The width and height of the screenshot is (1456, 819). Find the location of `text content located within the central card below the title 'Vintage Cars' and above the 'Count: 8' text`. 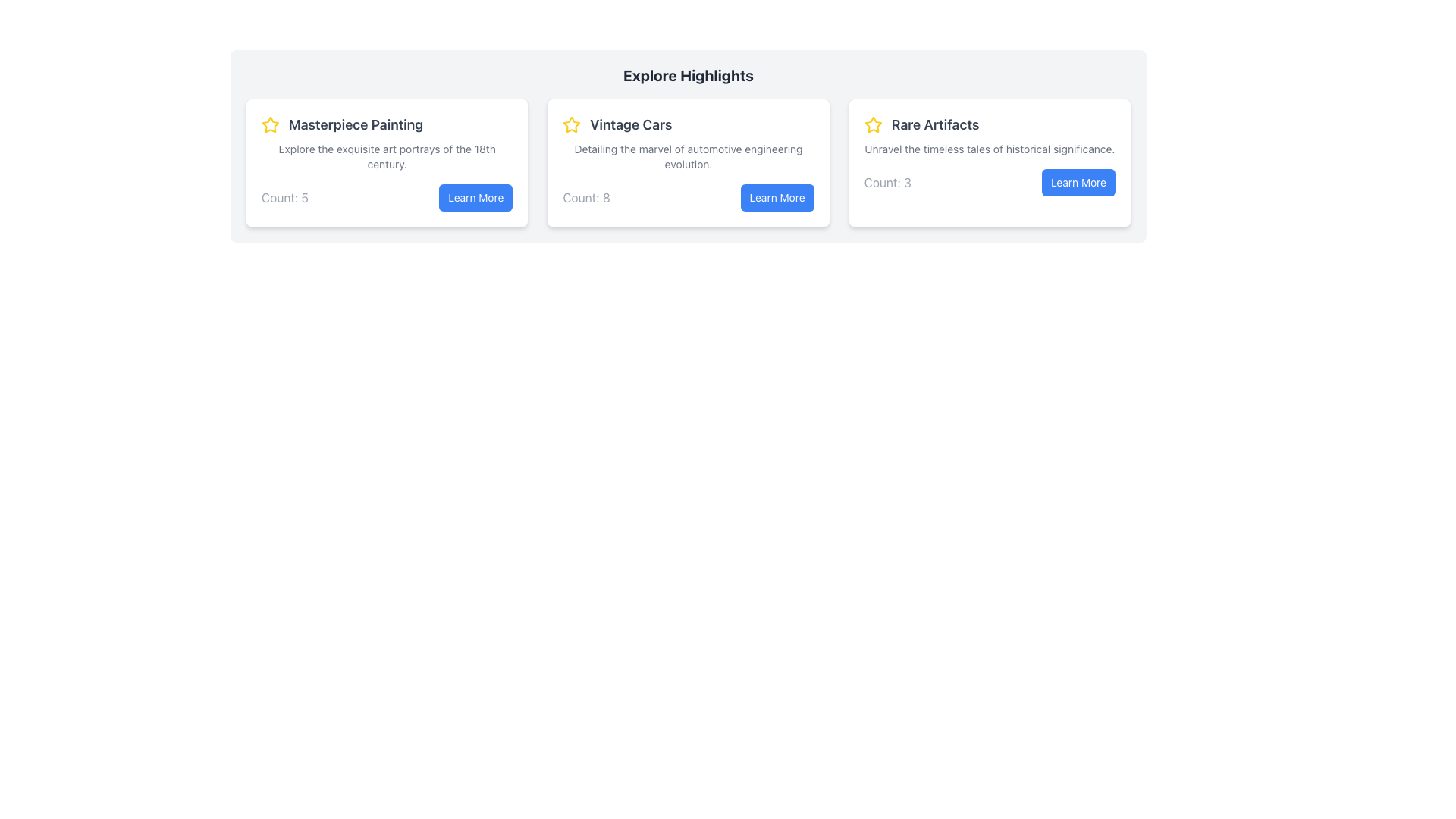

text content located within the central card below the title 'Vintage Cars' and above the 'Count: 8' text is located at coordinates (687, 157).